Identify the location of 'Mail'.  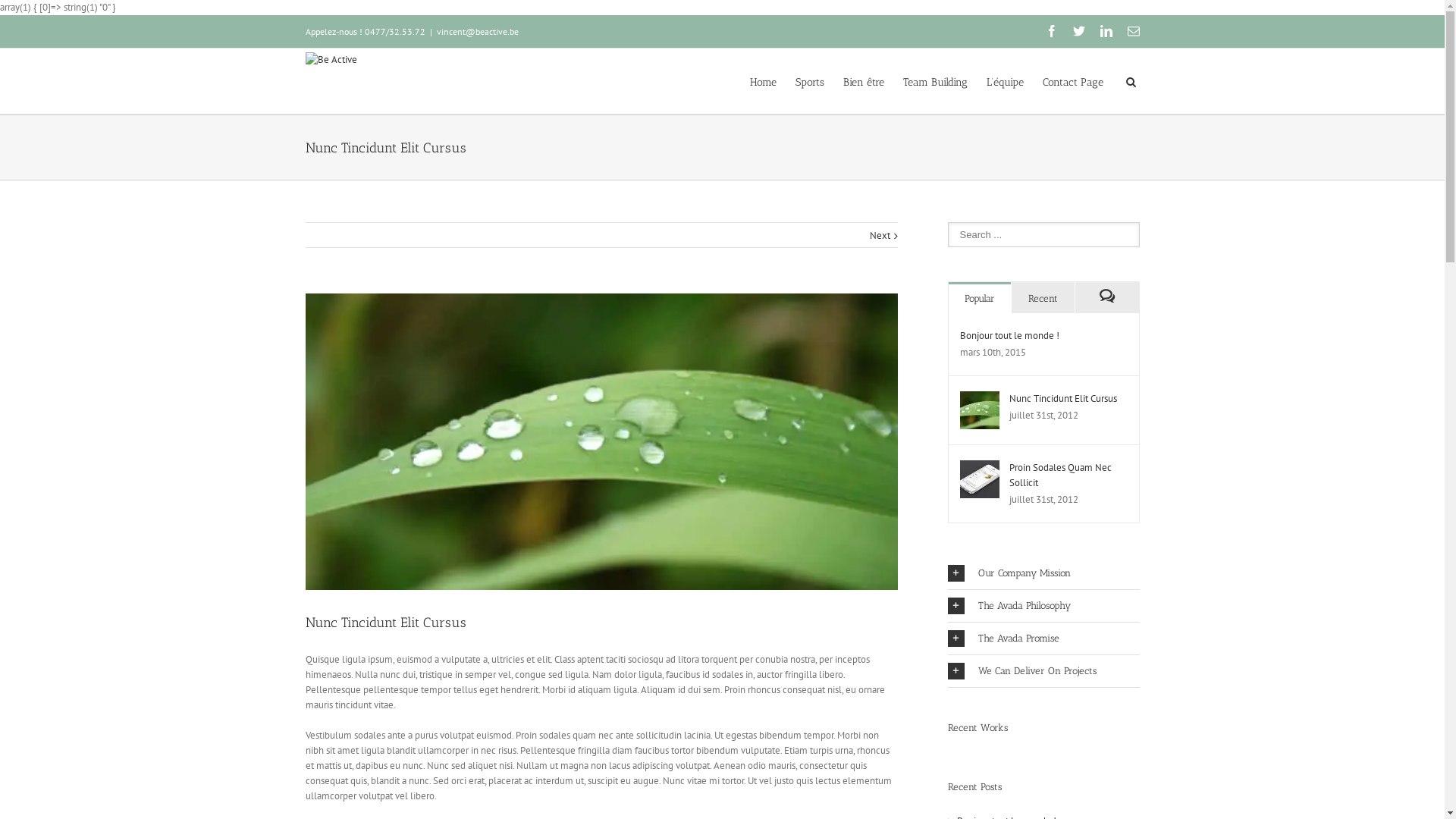
(1132, 31).